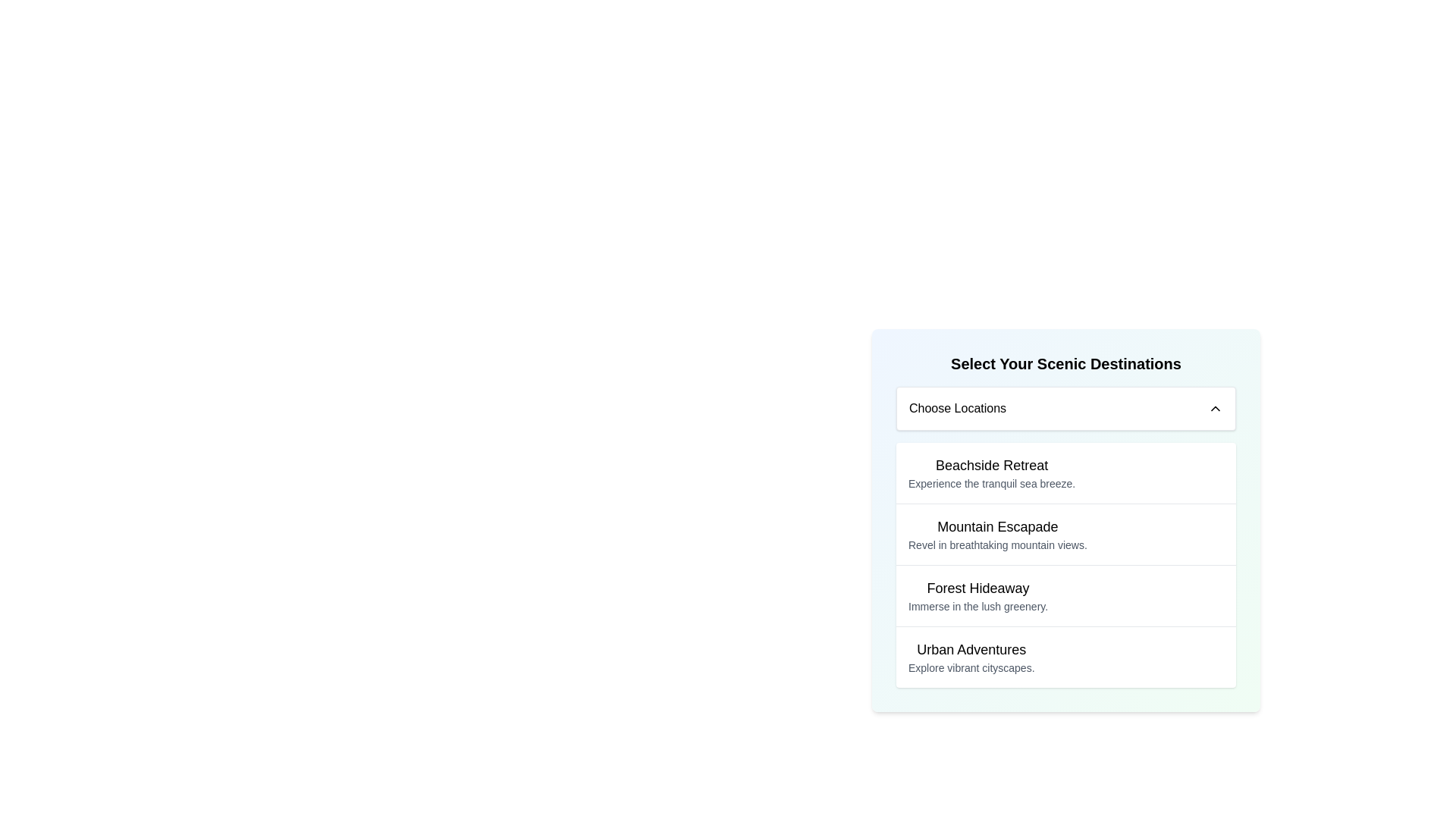 This screenshot has height=819, width=1456. Describe the element at coordinates (1065, 656) in the screenshot. I see `to select the 'Urban Adventures' option, which is the fourth item in a list displaying the title 'Urban Adventures' in bold and a subtitle 'Explore vibrant cityscapes.'` at that location.